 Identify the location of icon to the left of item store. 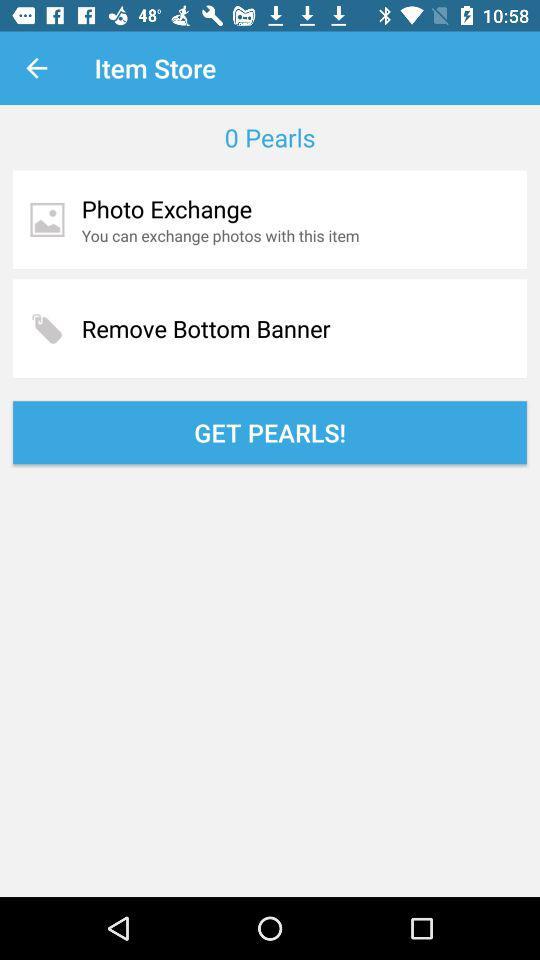
(36, 68).